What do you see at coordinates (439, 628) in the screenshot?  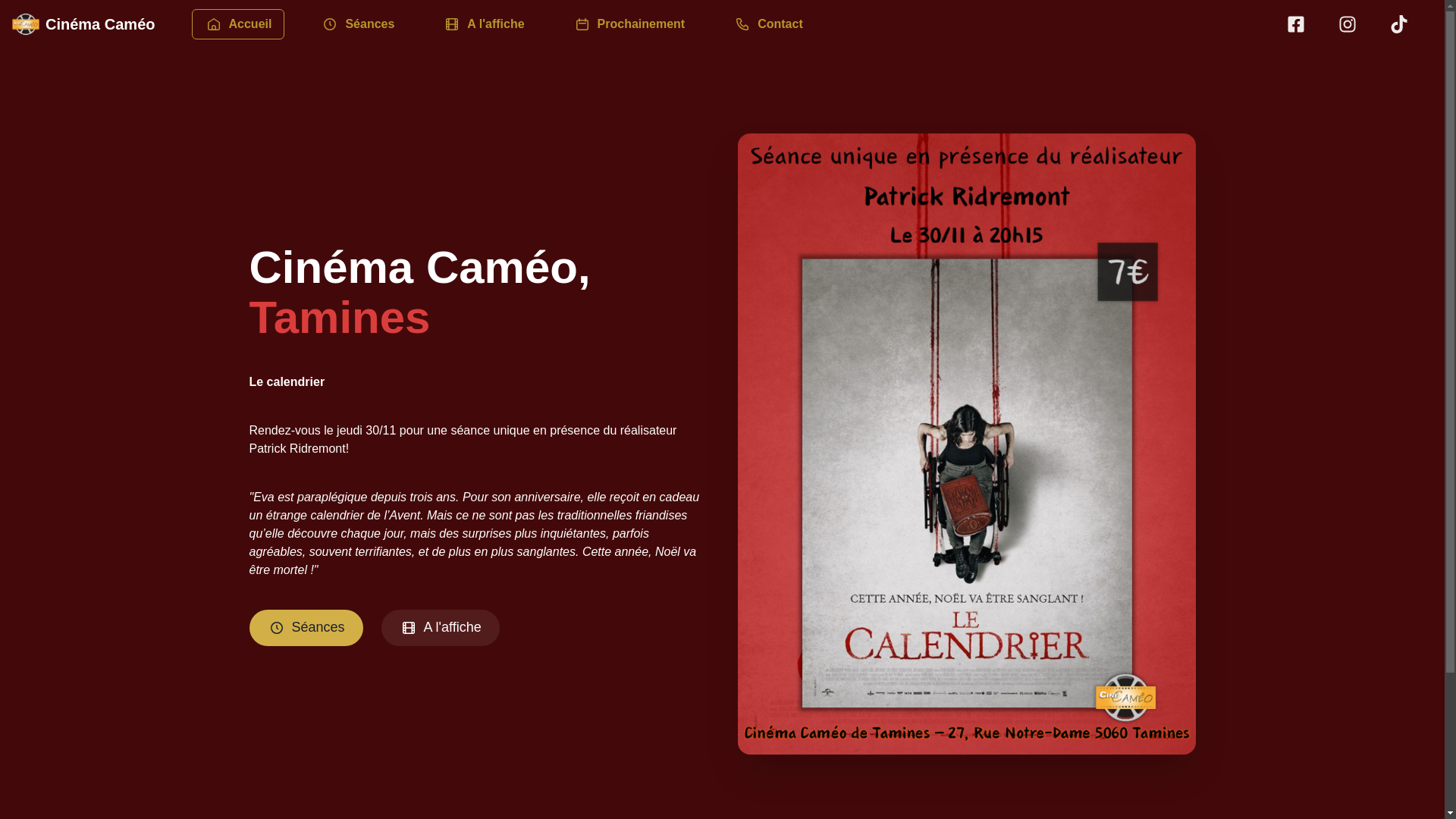 I see `'A l'affiche'` at bounding box center [439, 628].